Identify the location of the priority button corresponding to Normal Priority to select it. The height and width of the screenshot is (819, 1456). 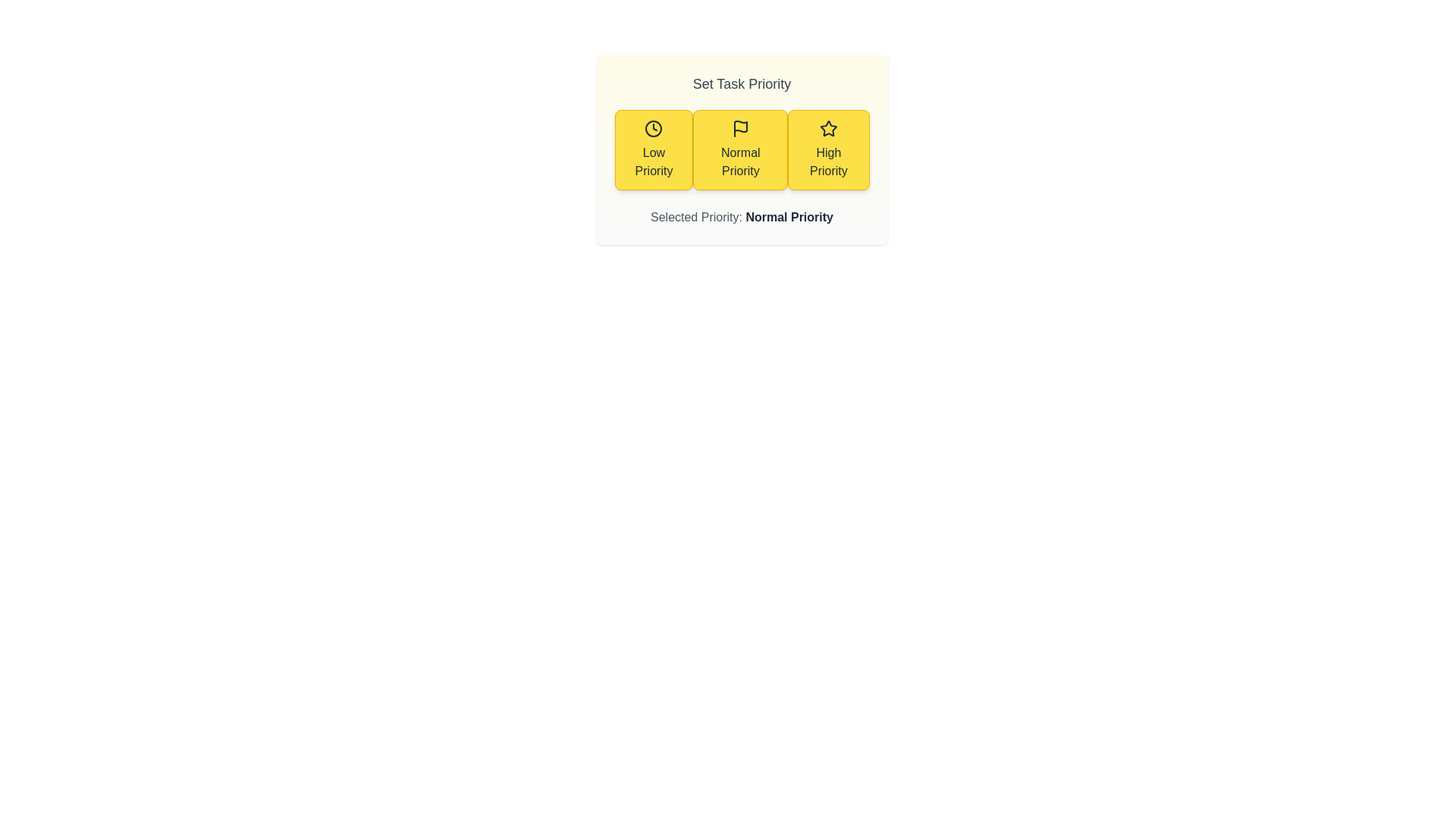
(739, 149).